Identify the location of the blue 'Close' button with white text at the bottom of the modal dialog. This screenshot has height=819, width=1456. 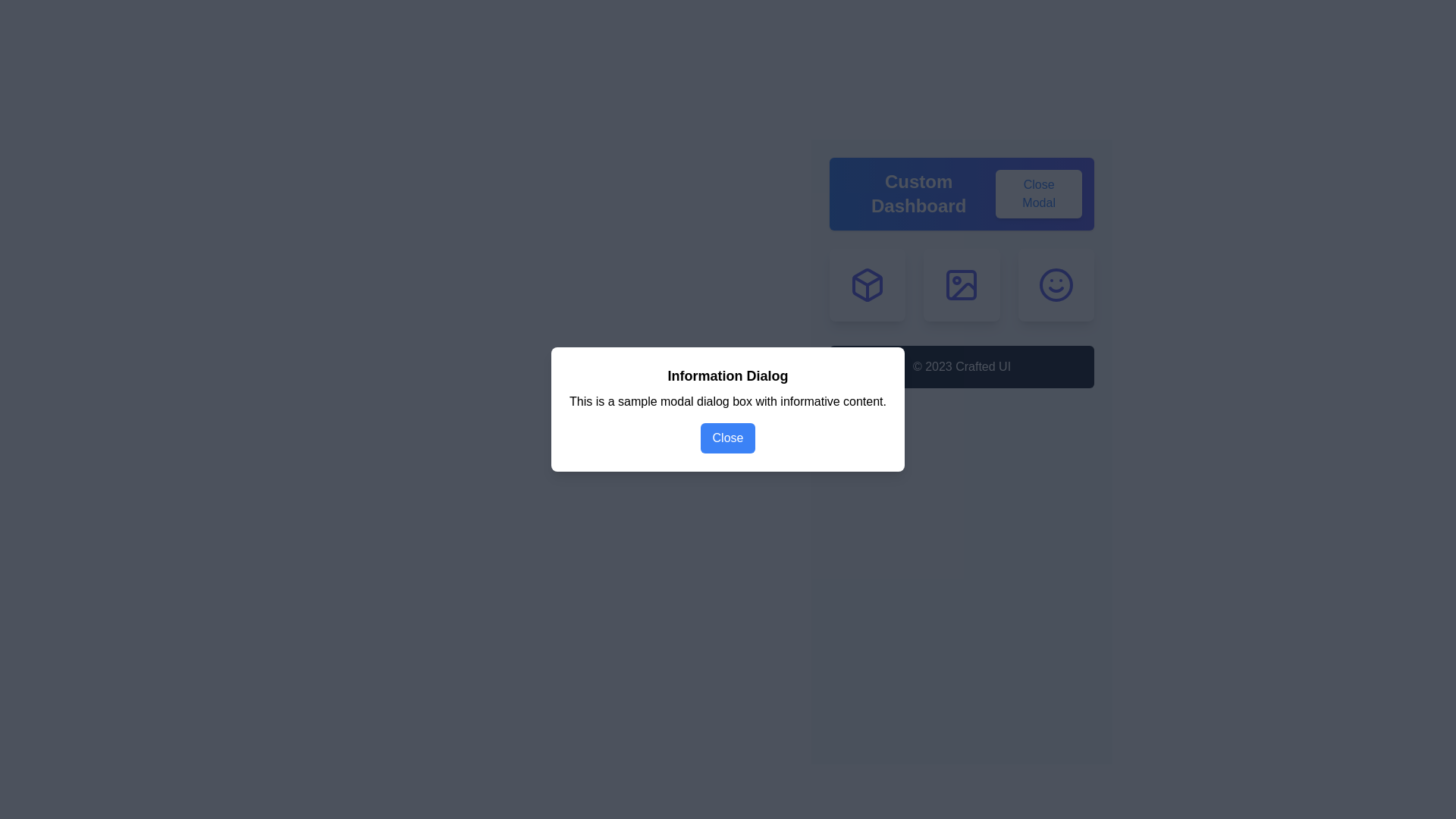
(728, 438).